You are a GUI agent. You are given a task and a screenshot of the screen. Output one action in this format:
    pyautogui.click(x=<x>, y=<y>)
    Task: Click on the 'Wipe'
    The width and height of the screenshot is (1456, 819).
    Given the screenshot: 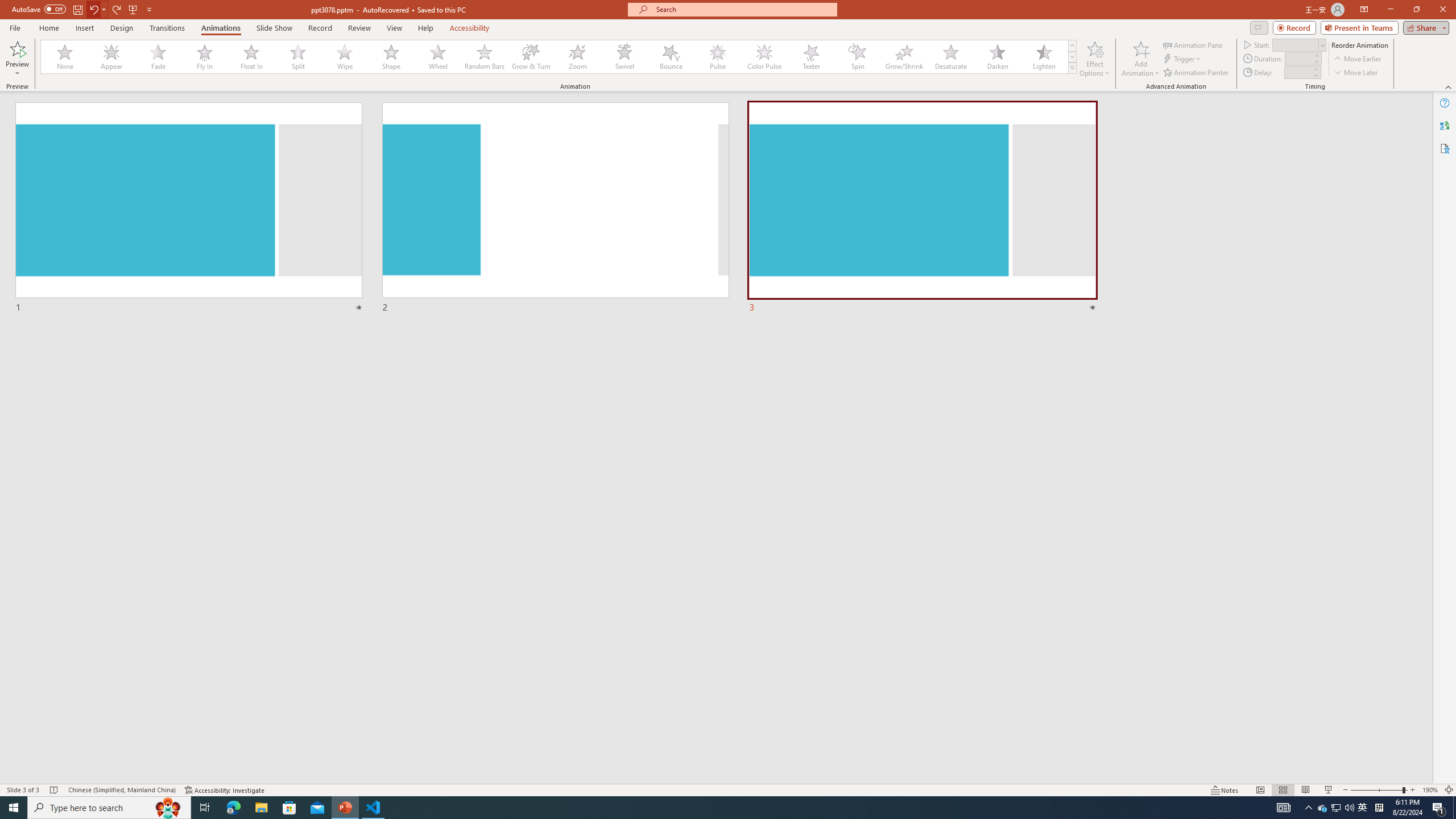 What is the action you would take?
    pyautogui.click(x=345, y=56)
    